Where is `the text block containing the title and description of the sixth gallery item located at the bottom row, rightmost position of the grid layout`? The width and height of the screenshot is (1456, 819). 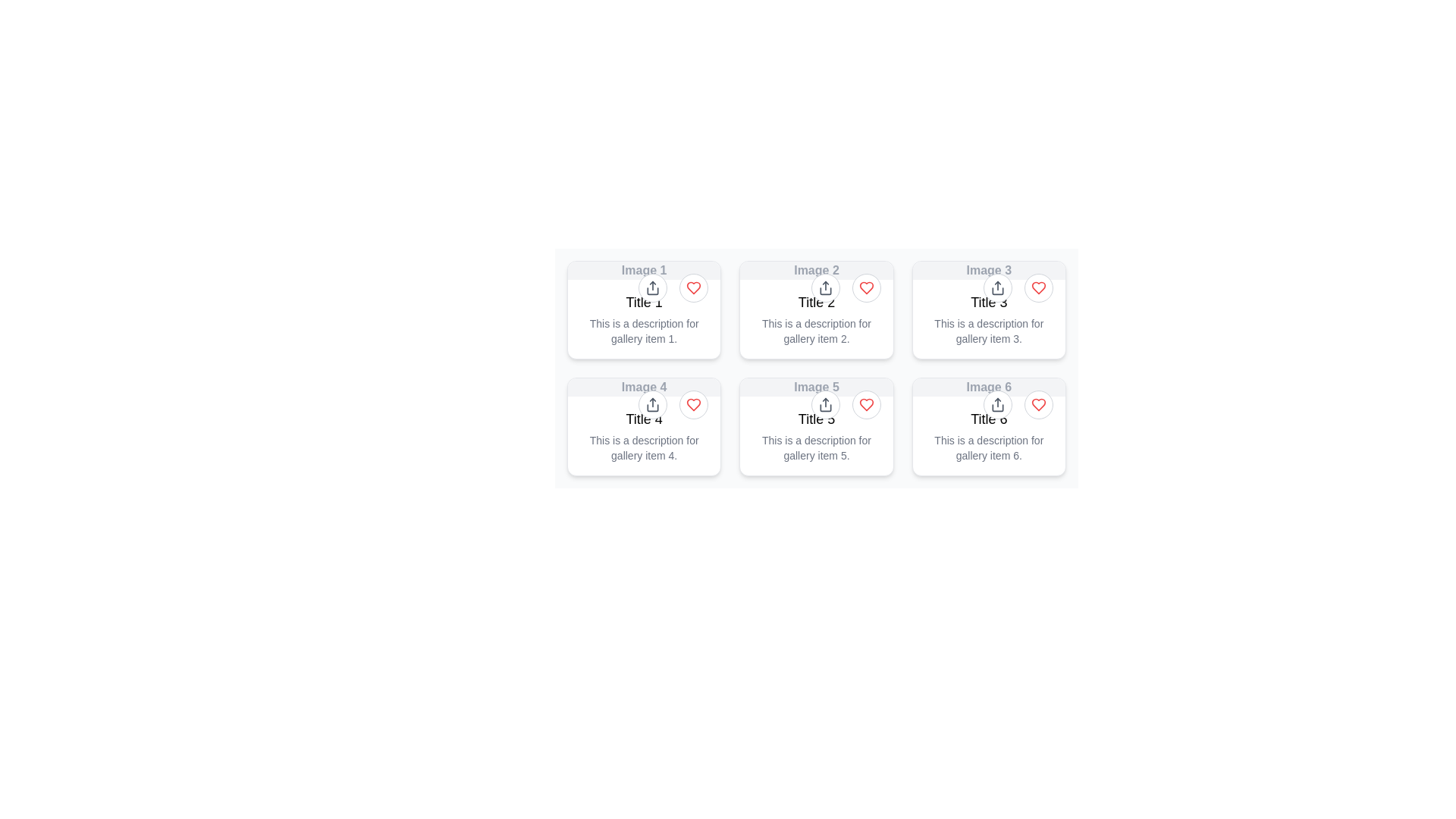 the text block containing the title and description of the sixth gallery item located at the bottom row, rightmost position of the grid layout is located at coordinates (989, 435).